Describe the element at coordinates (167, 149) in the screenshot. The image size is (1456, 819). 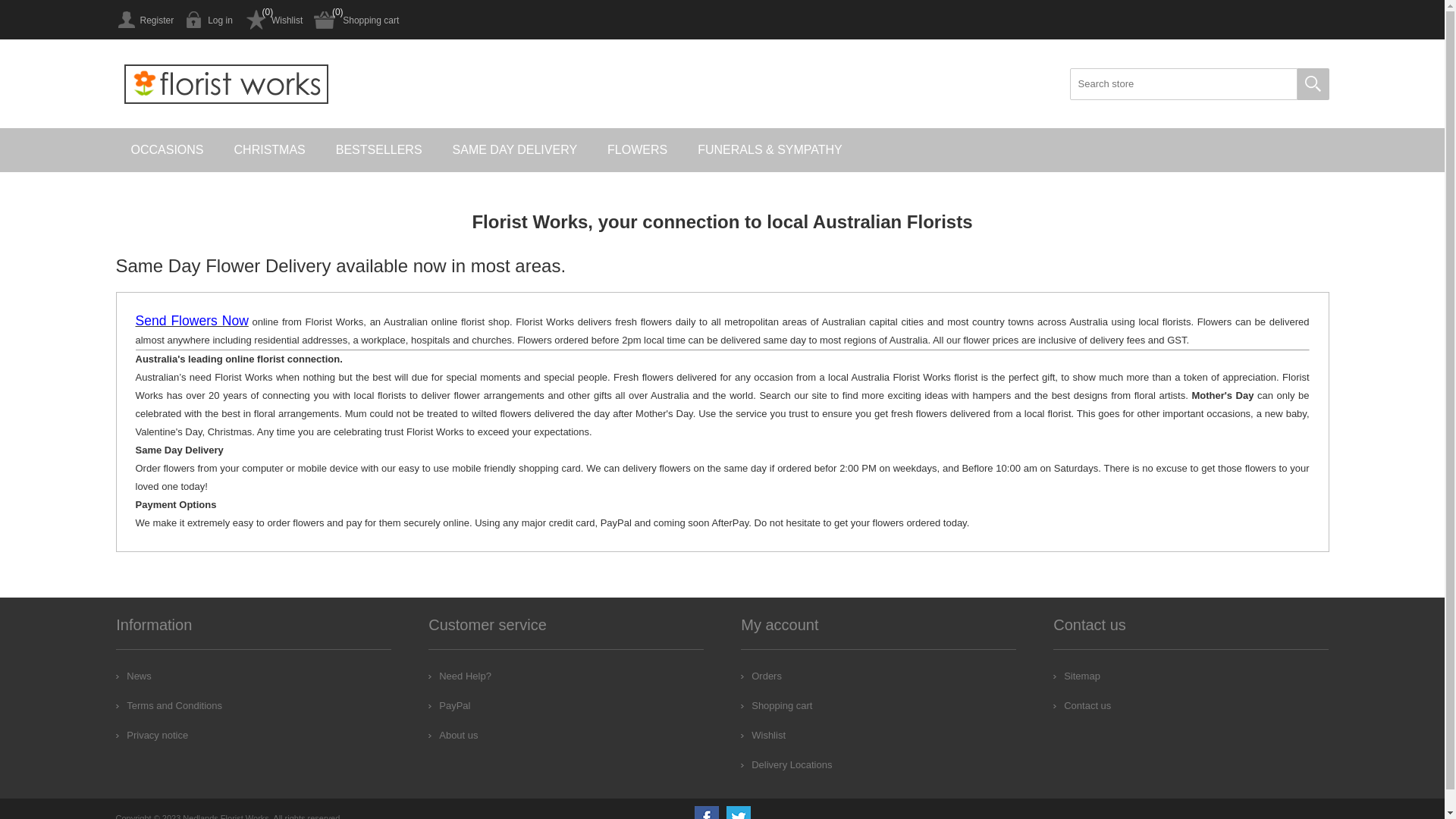
I see `'OCCASIONS'` at that location.